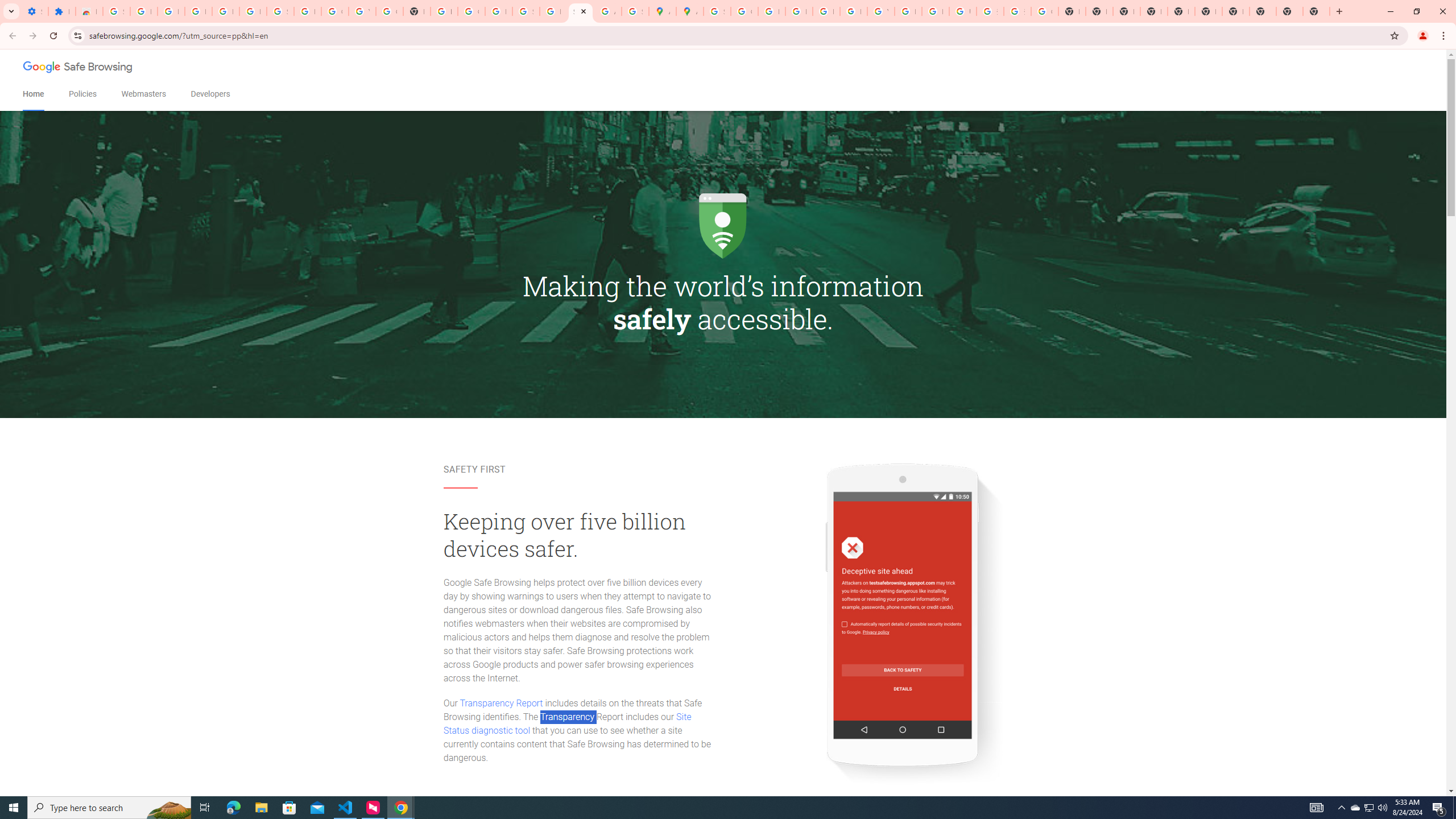 The height and width of the screenshot is (819, 1456). Describe the element at coordinates (78, 68) in the screenshot. I see `'Google Safe Browsing'` at that location.